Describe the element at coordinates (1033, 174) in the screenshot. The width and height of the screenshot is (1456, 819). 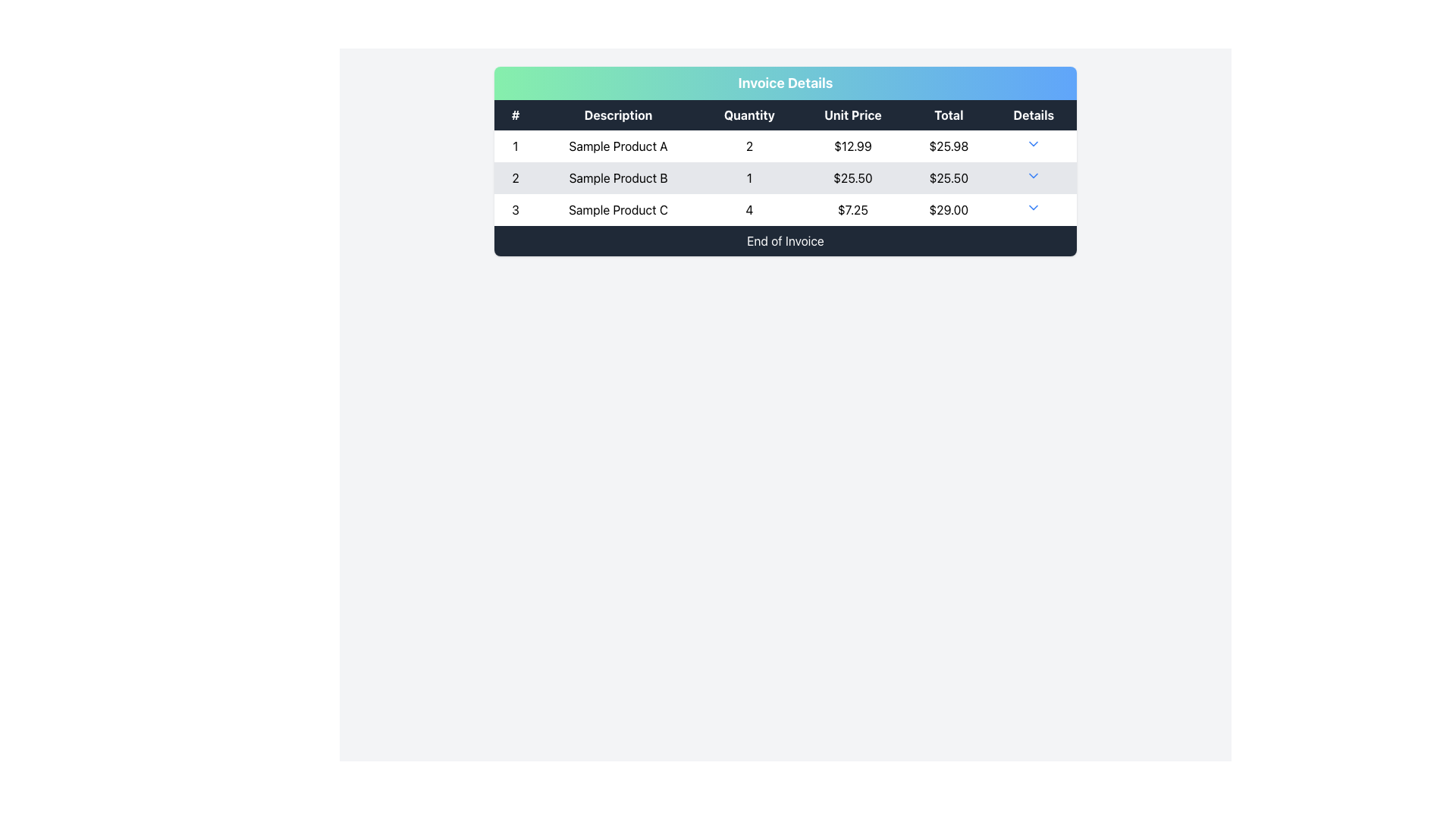
I see `the chevron icon in the second row of the table under the 'Details' column to emphasize the dropdown toggle for 'Sample Product B'` at that location.